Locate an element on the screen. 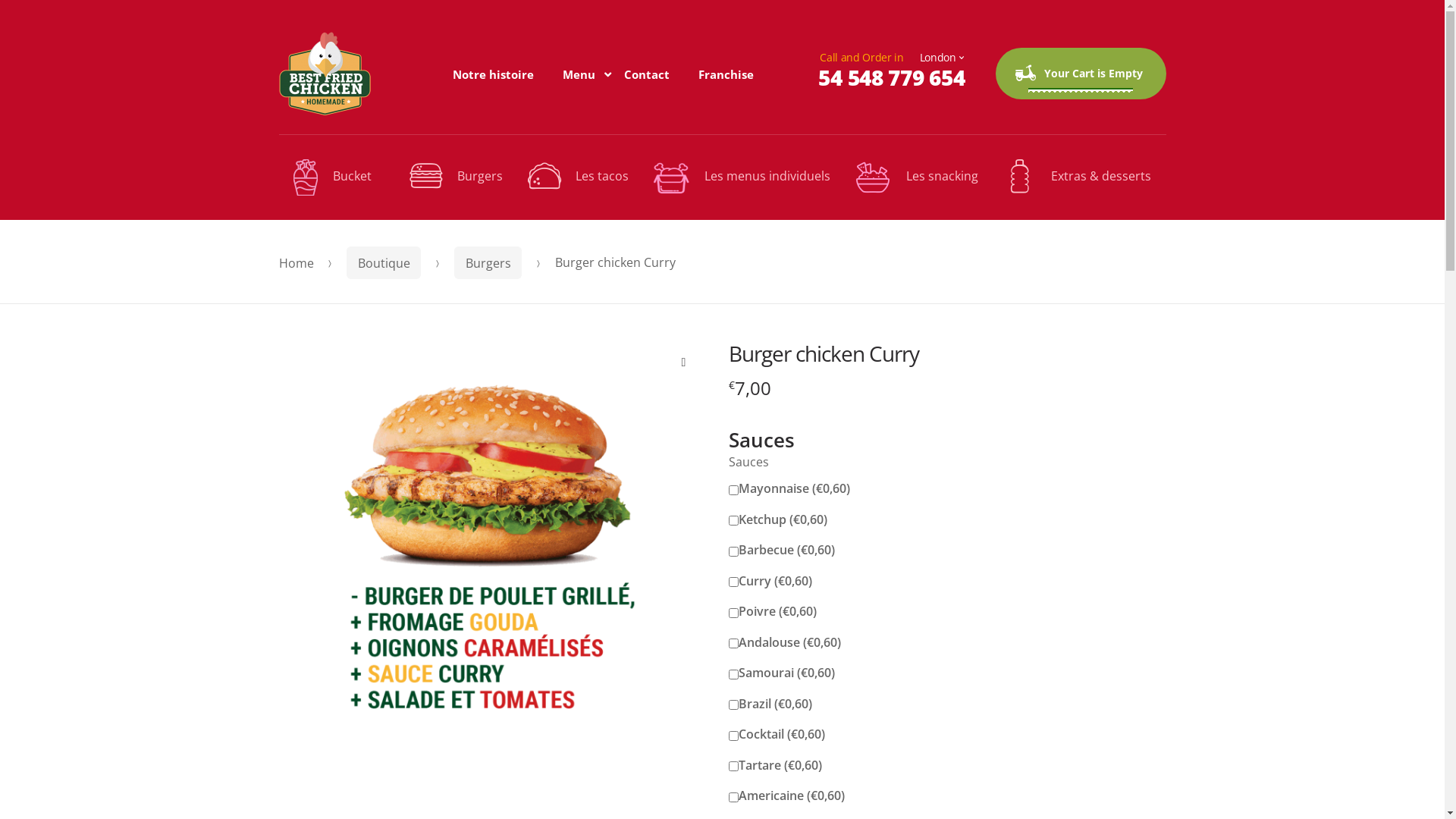 This screenshot has height=819, width=1456. 'Burgers' is located at coordinates (488, 262).